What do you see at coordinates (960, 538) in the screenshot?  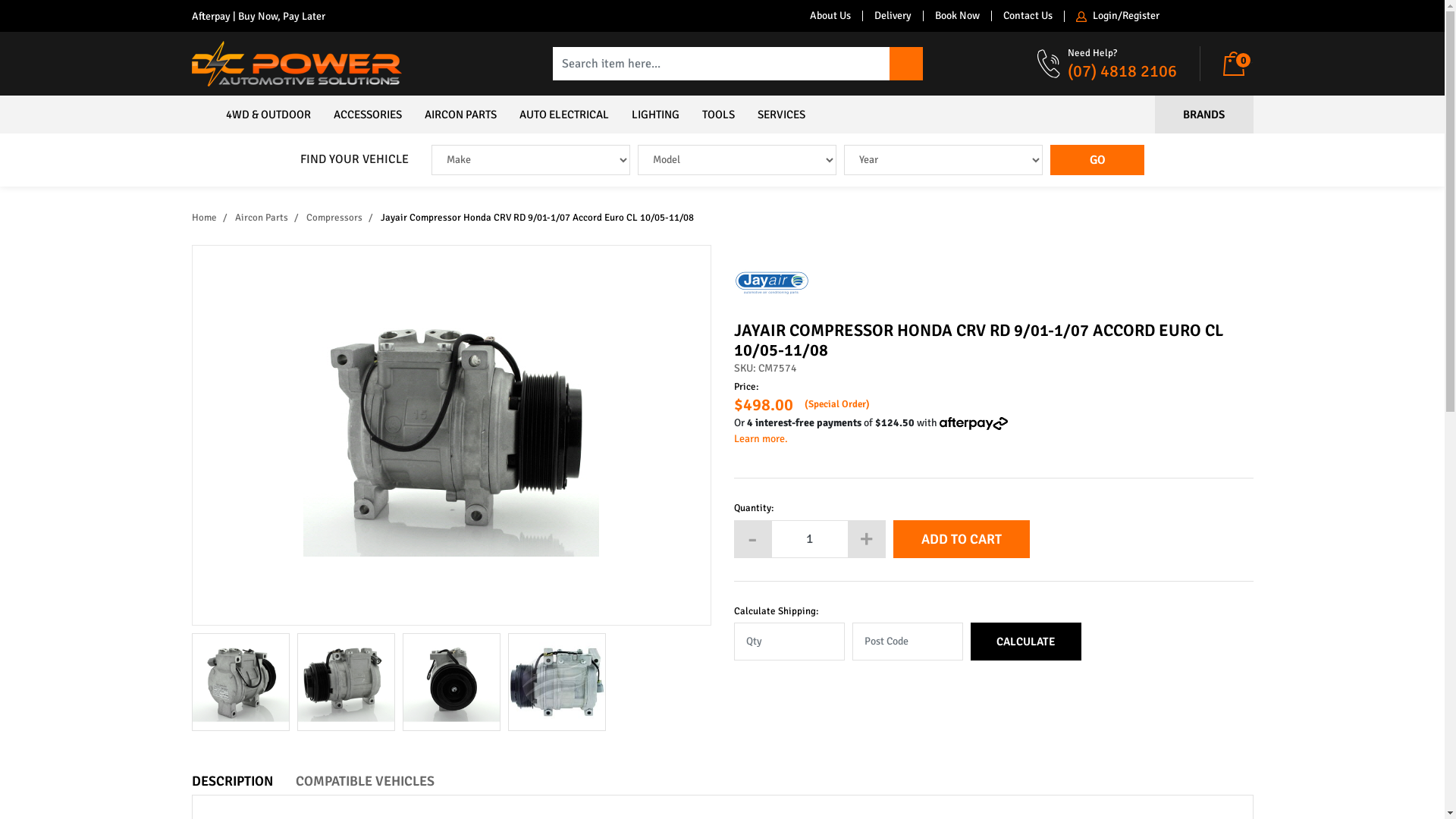 I see `'ADD TO CART'` at bounding box center [960, 538].